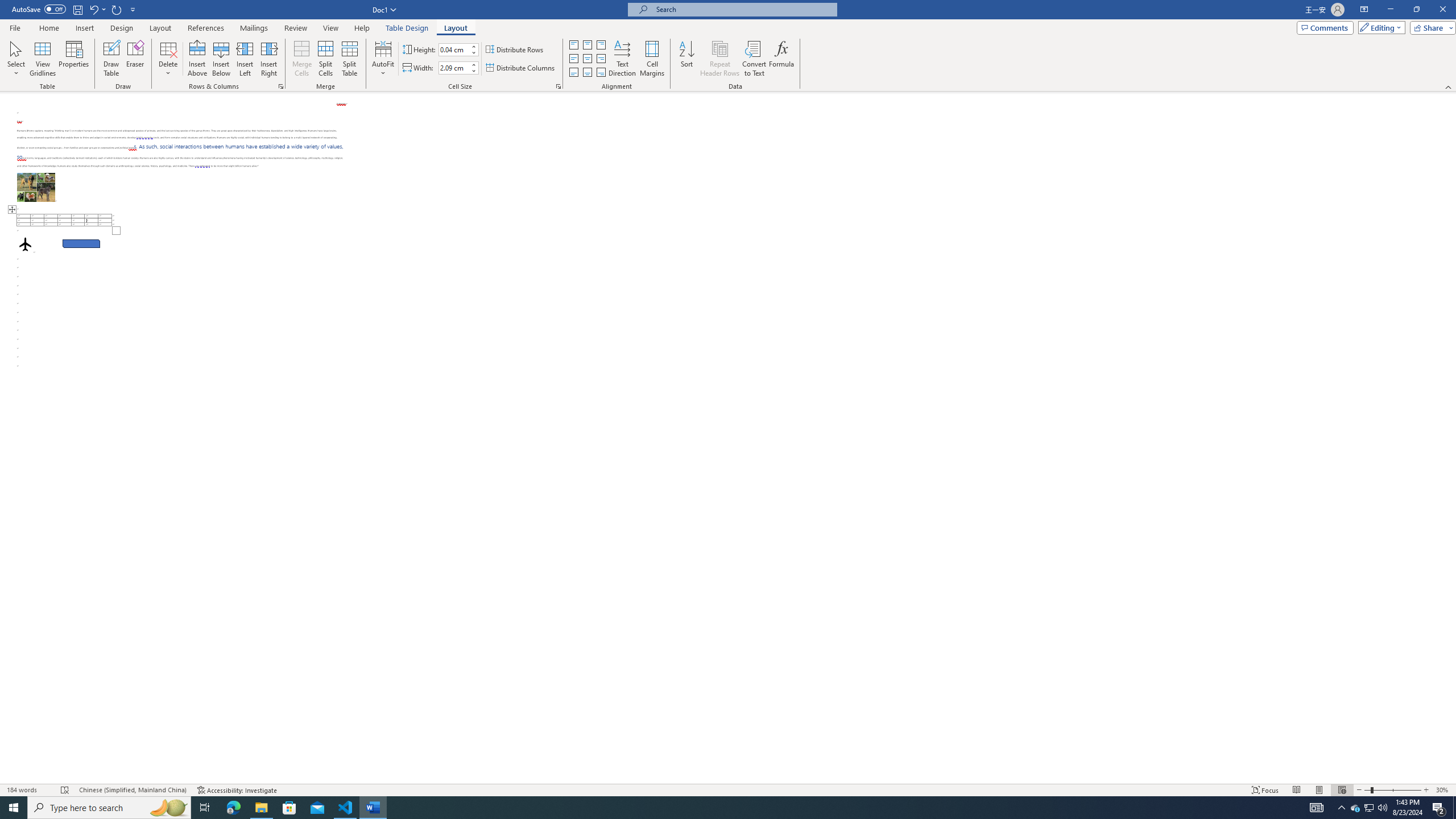 This screenshot has width=1456, height=819. I want to click on 'Cell Margins...', so click(651, 59).